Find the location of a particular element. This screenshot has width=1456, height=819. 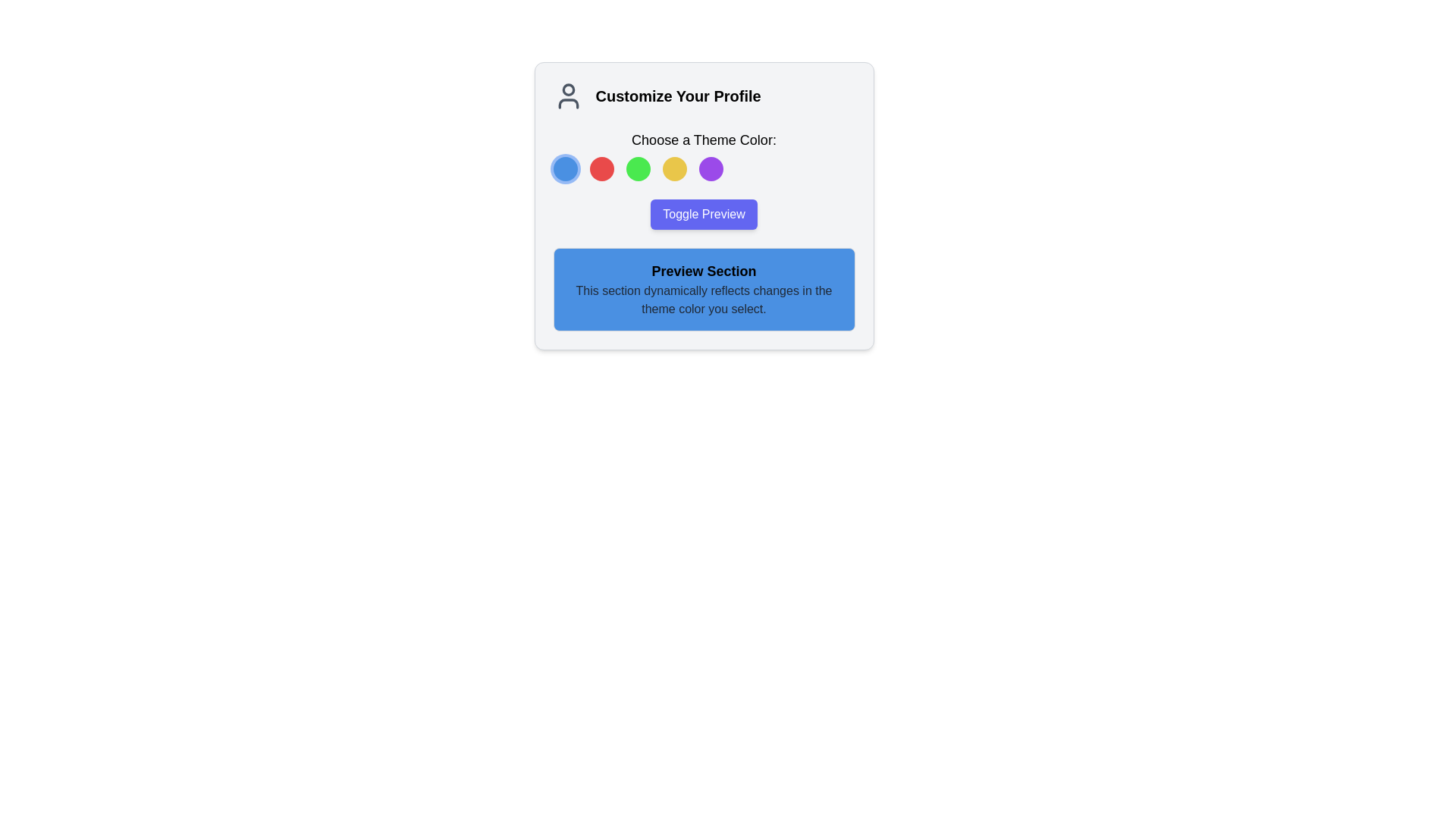

the fifth circle button for theme color selection located at the bottom center of the 'Customize Your Profile' card is located at coordinates (703, 169).